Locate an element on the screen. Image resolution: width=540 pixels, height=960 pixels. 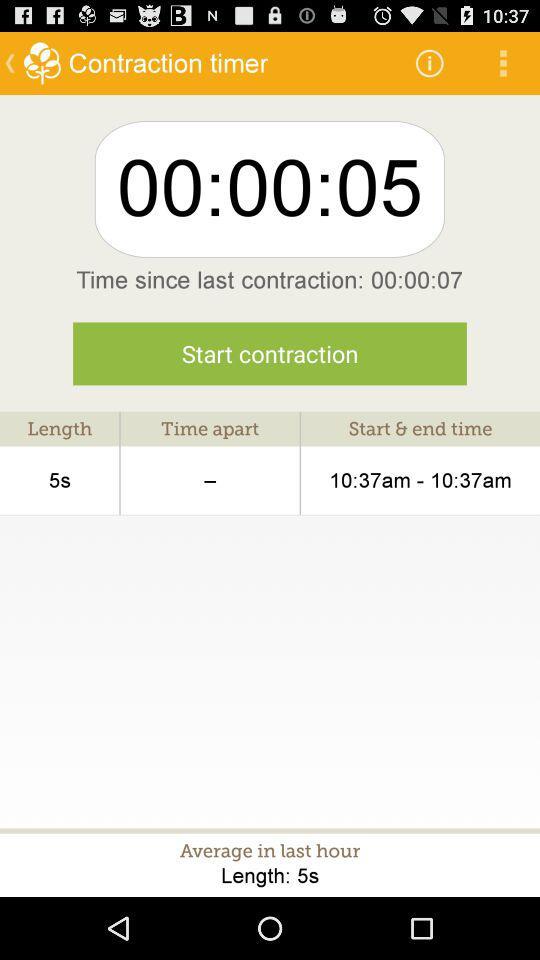
the icon to the right of the time apart is located at coordinates (419, 480).